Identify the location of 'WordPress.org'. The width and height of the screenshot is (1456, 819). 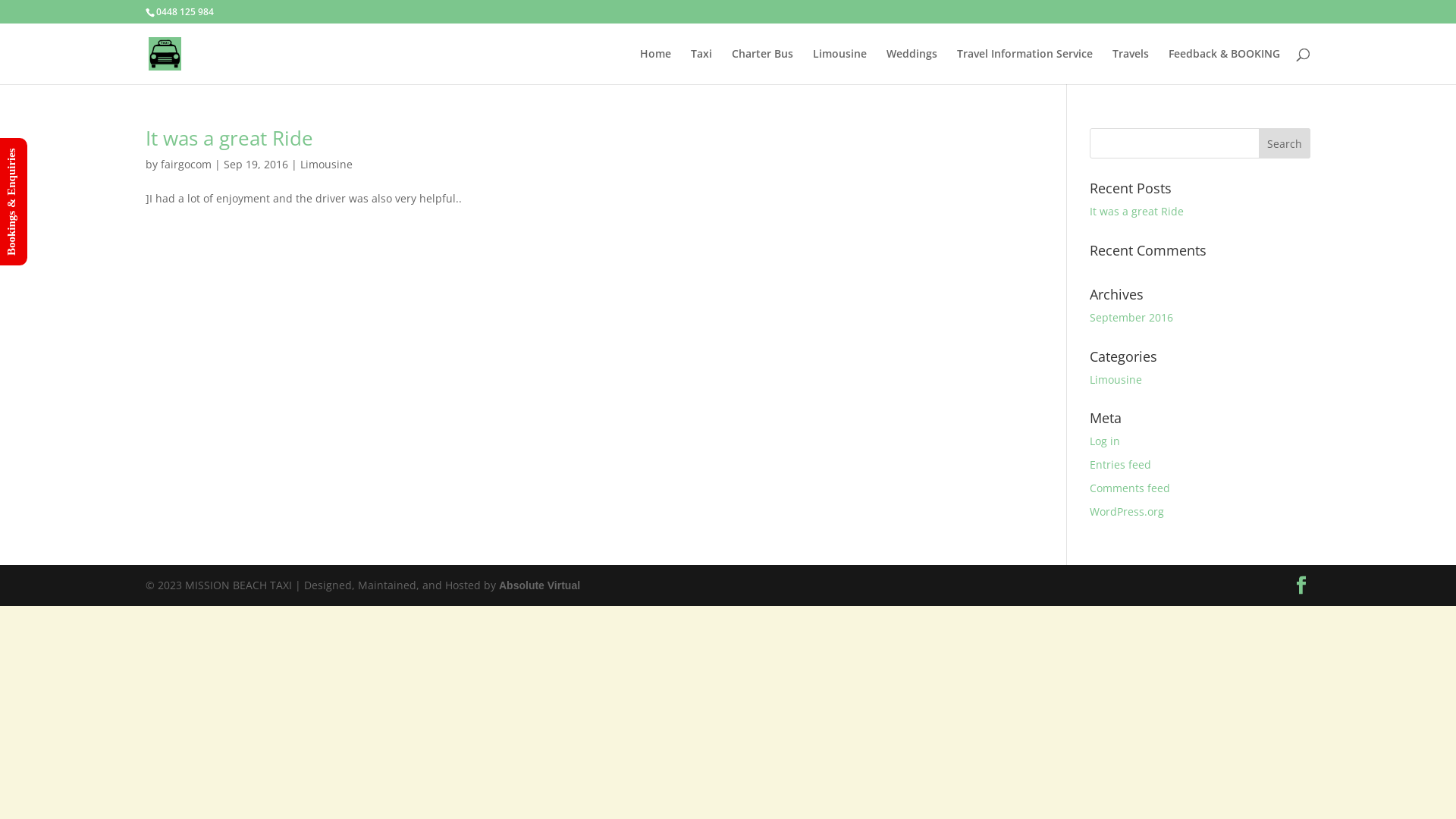
(1127, 511).